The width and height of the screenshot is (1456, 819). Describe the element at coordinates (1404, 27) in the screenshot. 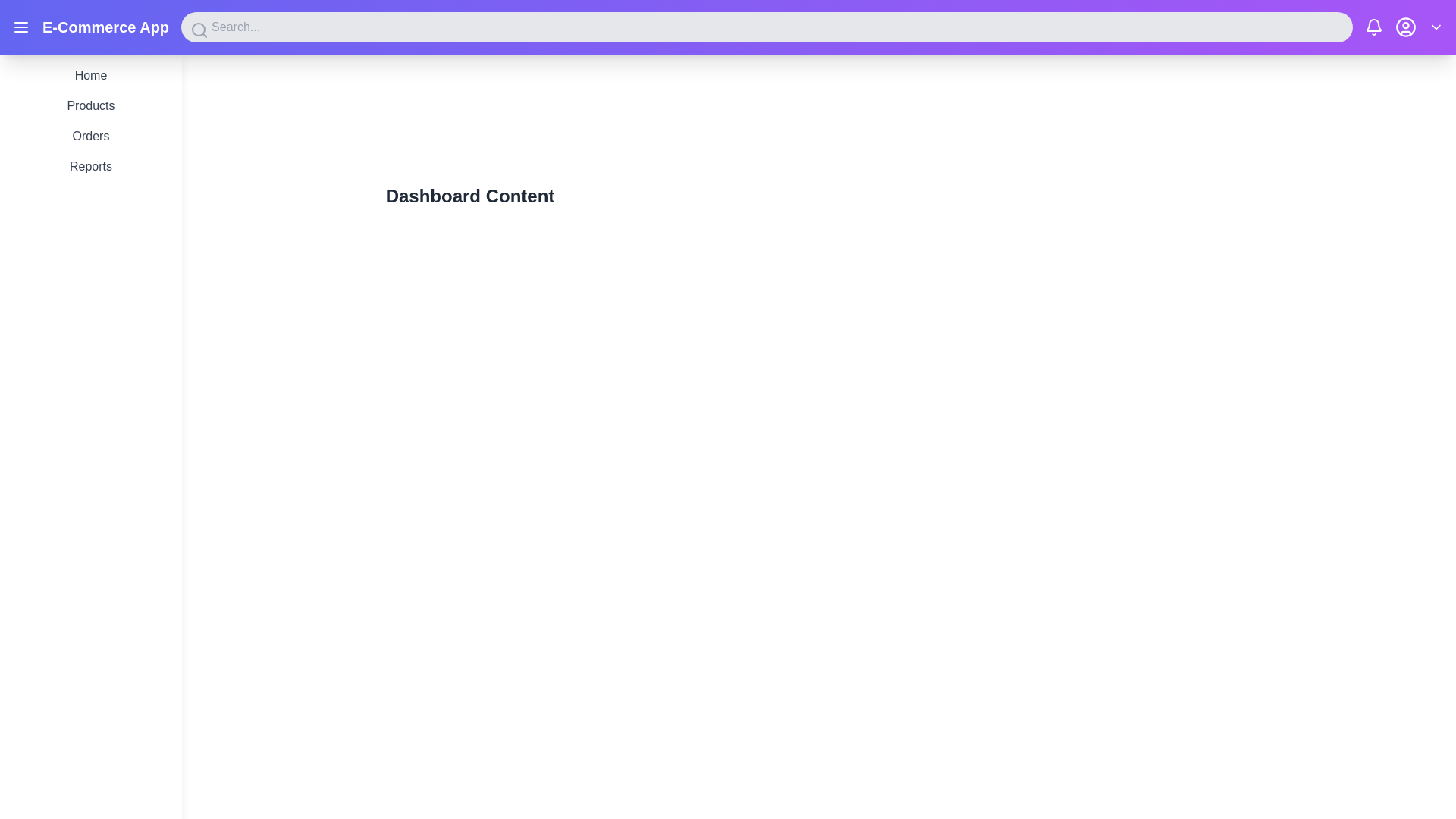

I see `the user profile icon button, which is a circular silhouette of a person in white on a purple background, located in the top-right corner of the interface between the notification bell and dropdown icons` at that location.